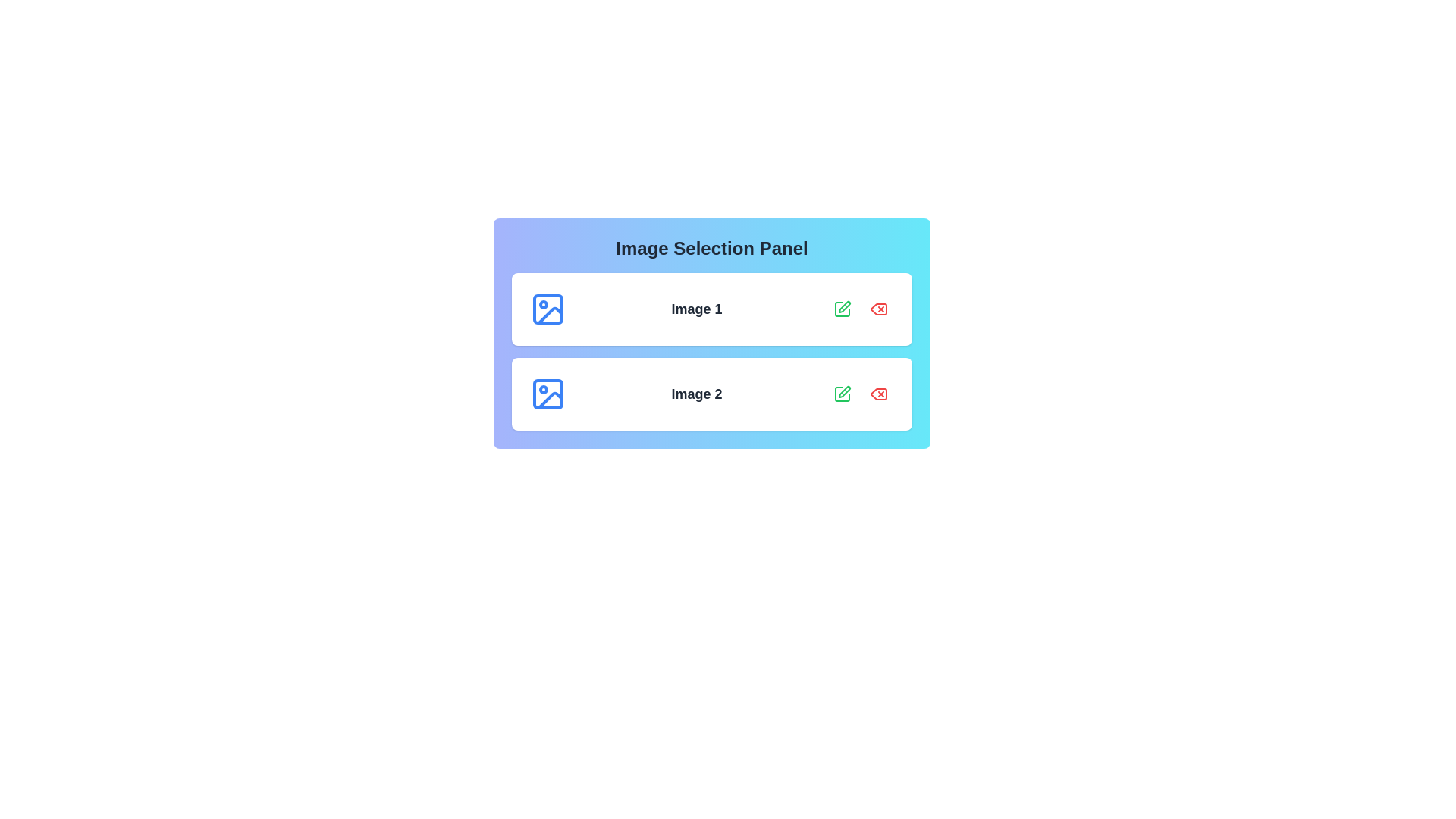 The width and height of the screenshot is (1456, 819). What do you see at coordinates (548, 309) in the screenshot?
I see `the blue image placeholder icon located in the top panel of the 'Image Selection Panel', to the far left of 'Image 1'` at bounding box center [548, 309].